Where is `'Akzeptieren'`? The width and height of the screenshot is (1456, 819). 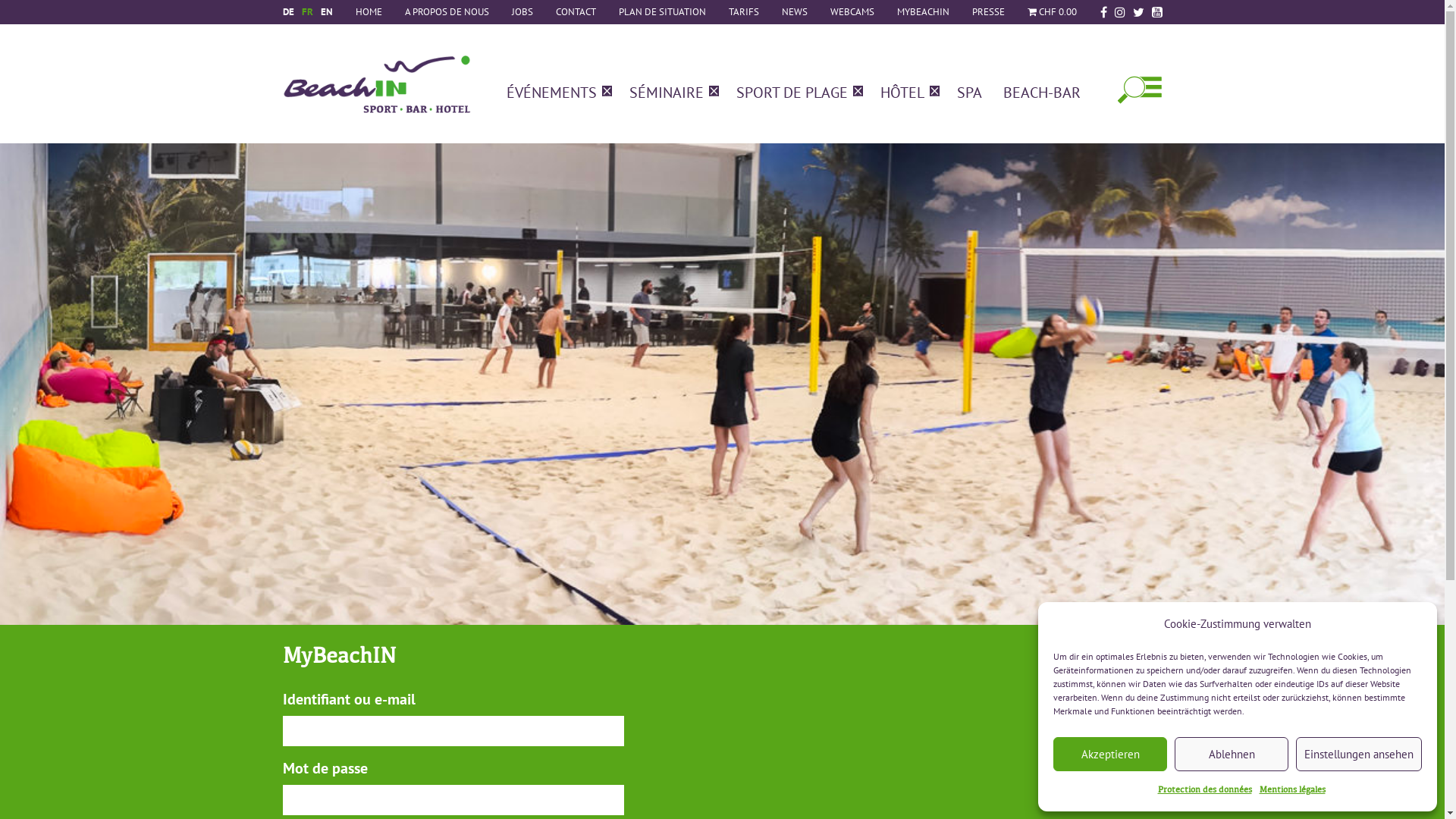 'Akzeptieren' is located at coordinates (1110, 754).